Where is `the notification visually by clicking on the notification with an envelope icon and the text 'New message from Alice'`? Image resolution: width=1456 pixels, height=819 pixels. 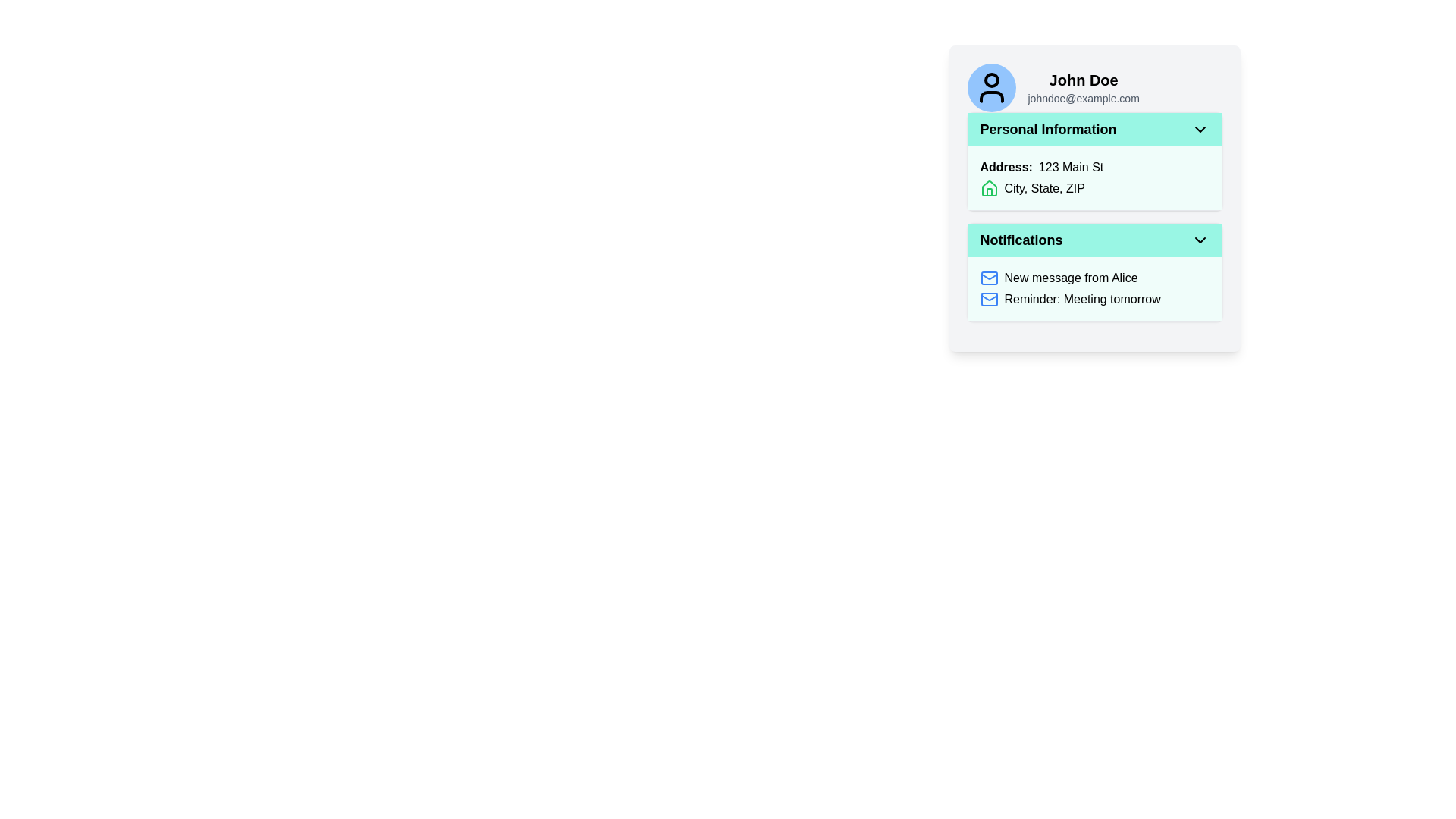 the notification visually by clicking on the notification with an envelope icon and the text 'New message from Alice' is located at coordinates (1094, 278).